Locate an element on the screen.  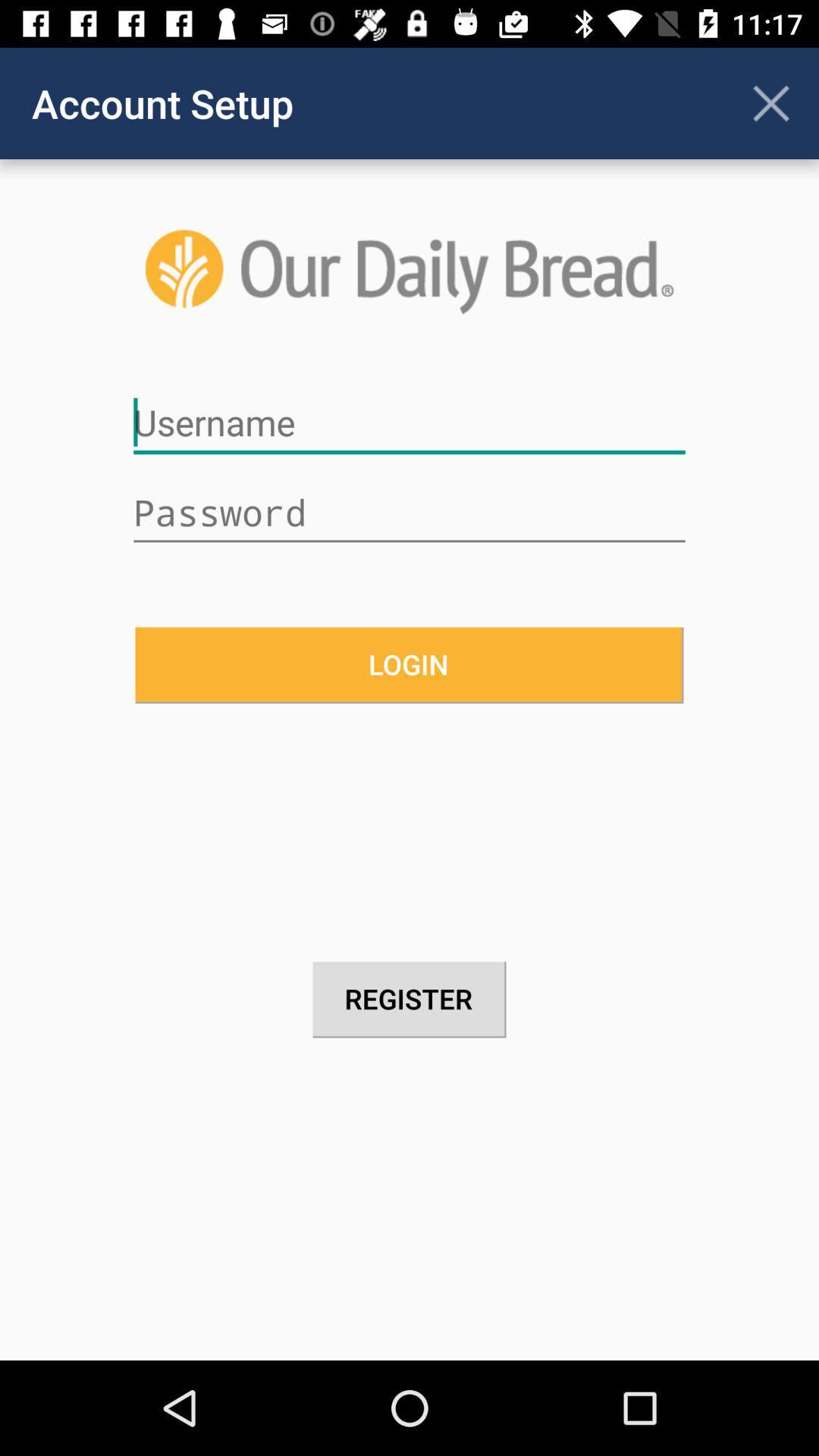
the register icon is located at coordinates (409, 999).